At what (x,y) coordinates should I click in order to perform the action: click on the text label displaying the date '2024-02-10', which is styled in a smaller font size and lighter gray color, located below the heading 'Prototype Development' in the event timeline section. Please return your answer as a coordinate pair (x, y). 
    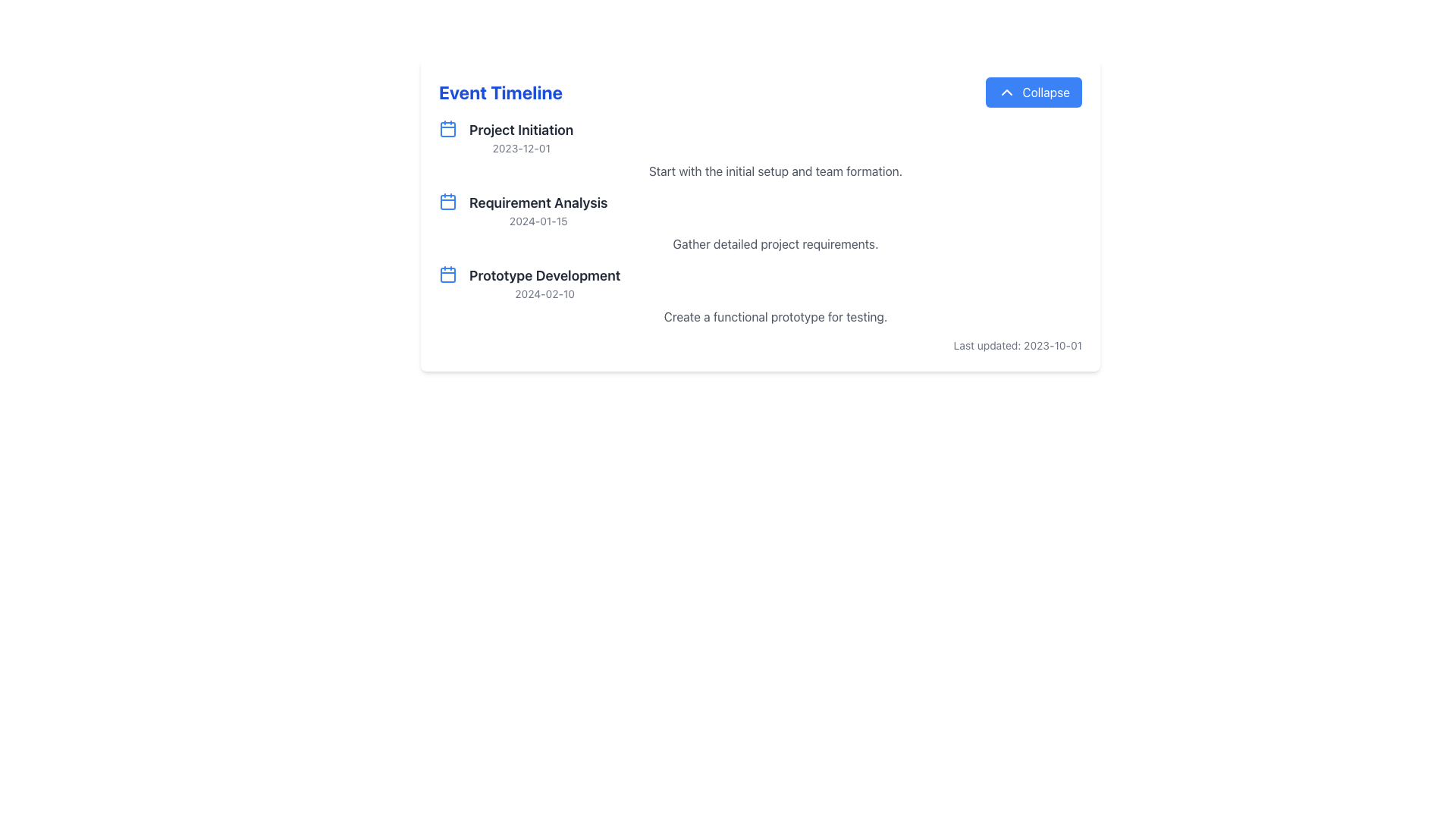
    Looking at the image, I should click on (544, 294).